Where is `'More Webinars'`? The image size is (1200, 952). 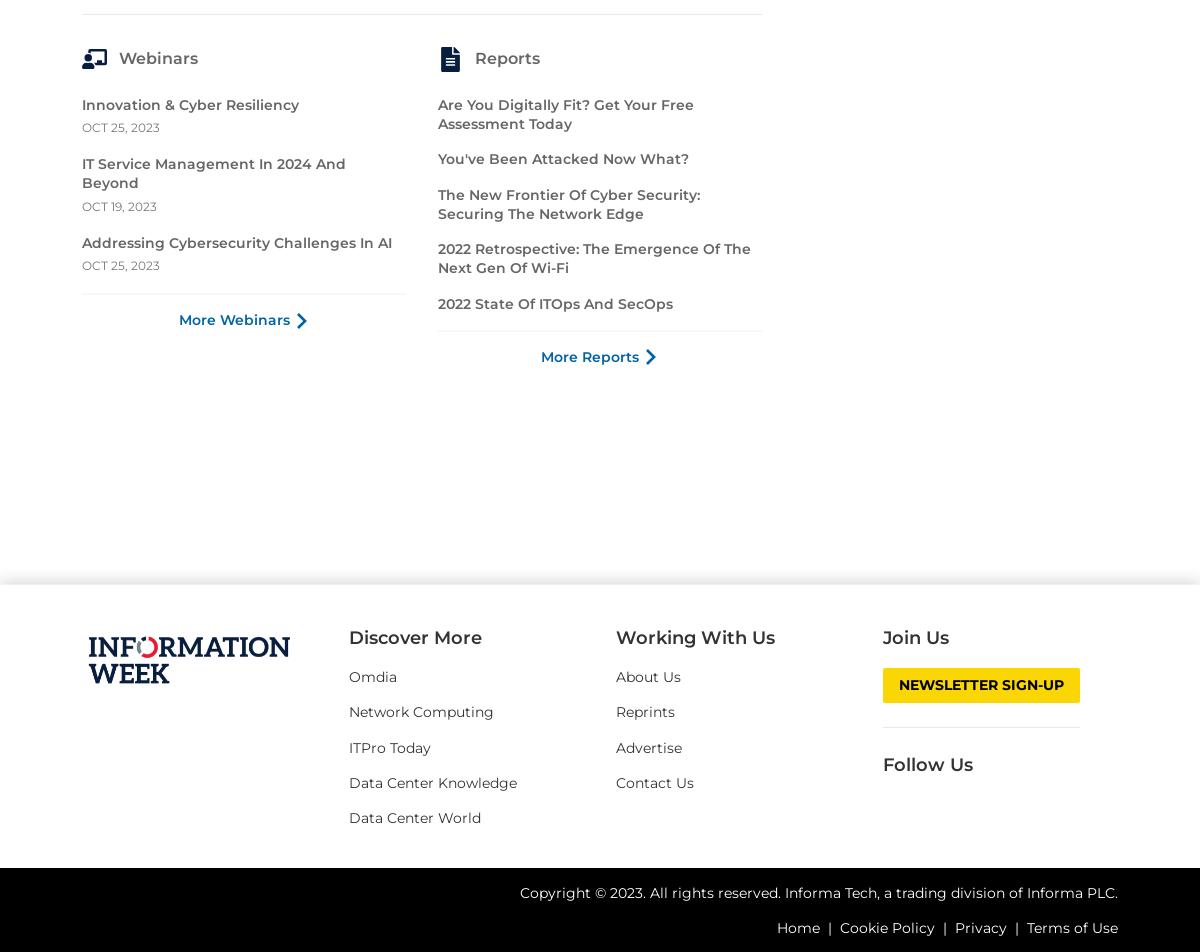
'More Webinars' is located at coordinates (176, 682).